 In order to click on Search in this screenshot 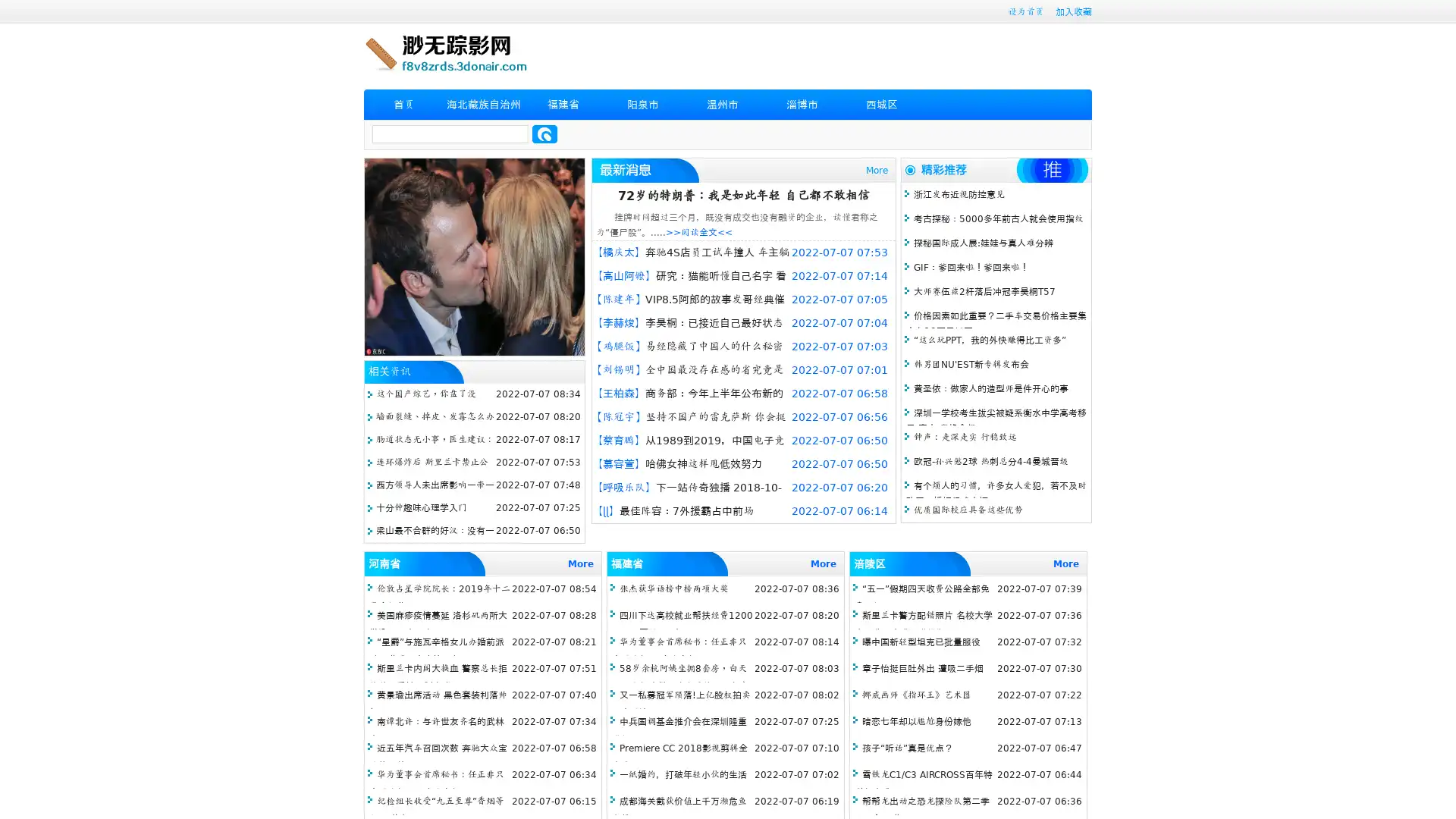, I will do `click(544, 133)`.